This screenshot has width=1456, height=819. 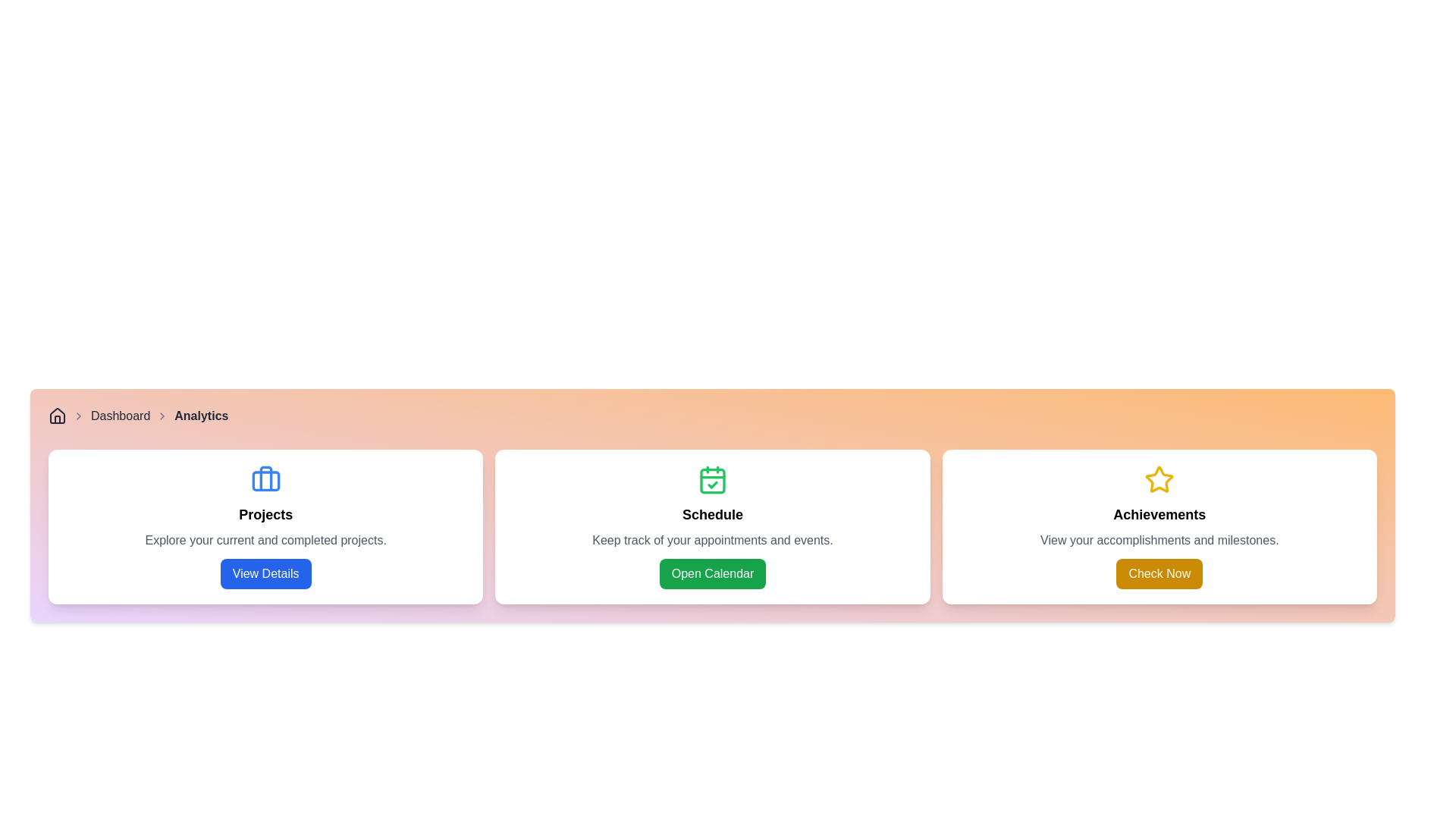 I want to click on the second right-facing chevron icon in the breadcrumb navigation, which indicates the user is in the 'Analytics' section under the 'Dashboard.', so click(x=162, y=416).